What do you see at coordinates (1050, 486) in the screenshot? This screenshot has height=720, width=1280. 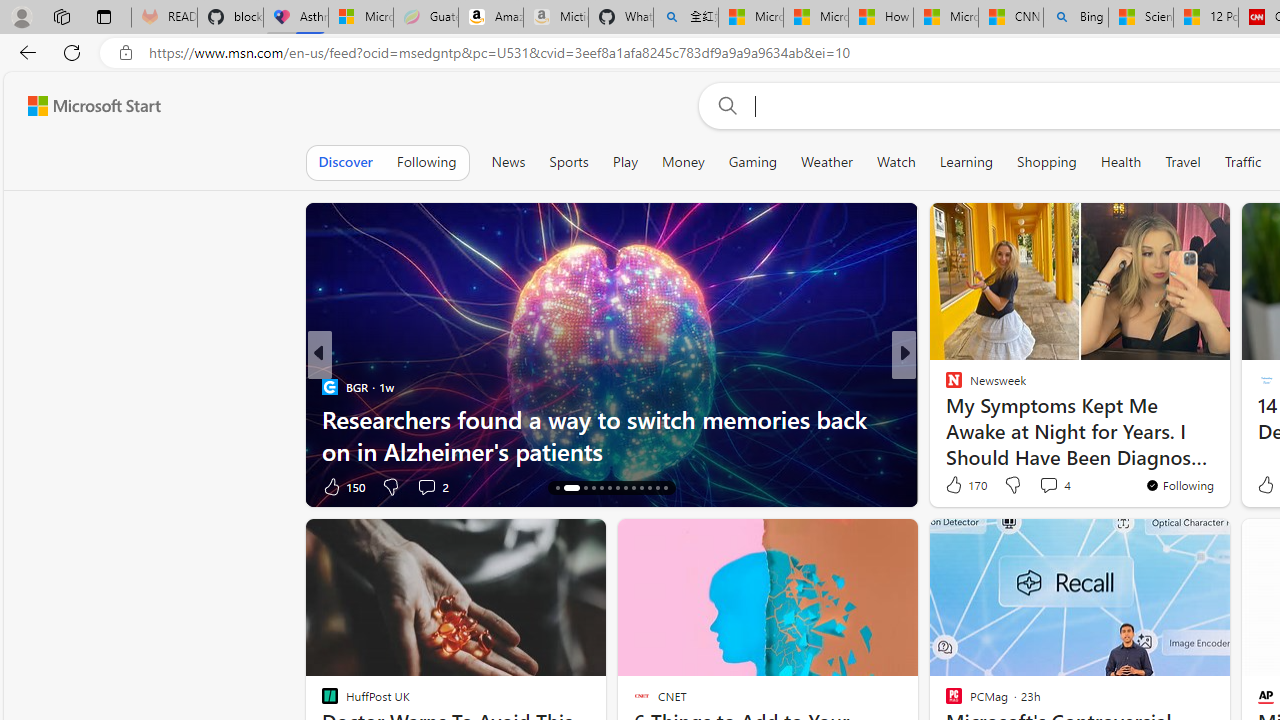 I see `'View comments 34 Comment'` at bounding box center [1050, 486].